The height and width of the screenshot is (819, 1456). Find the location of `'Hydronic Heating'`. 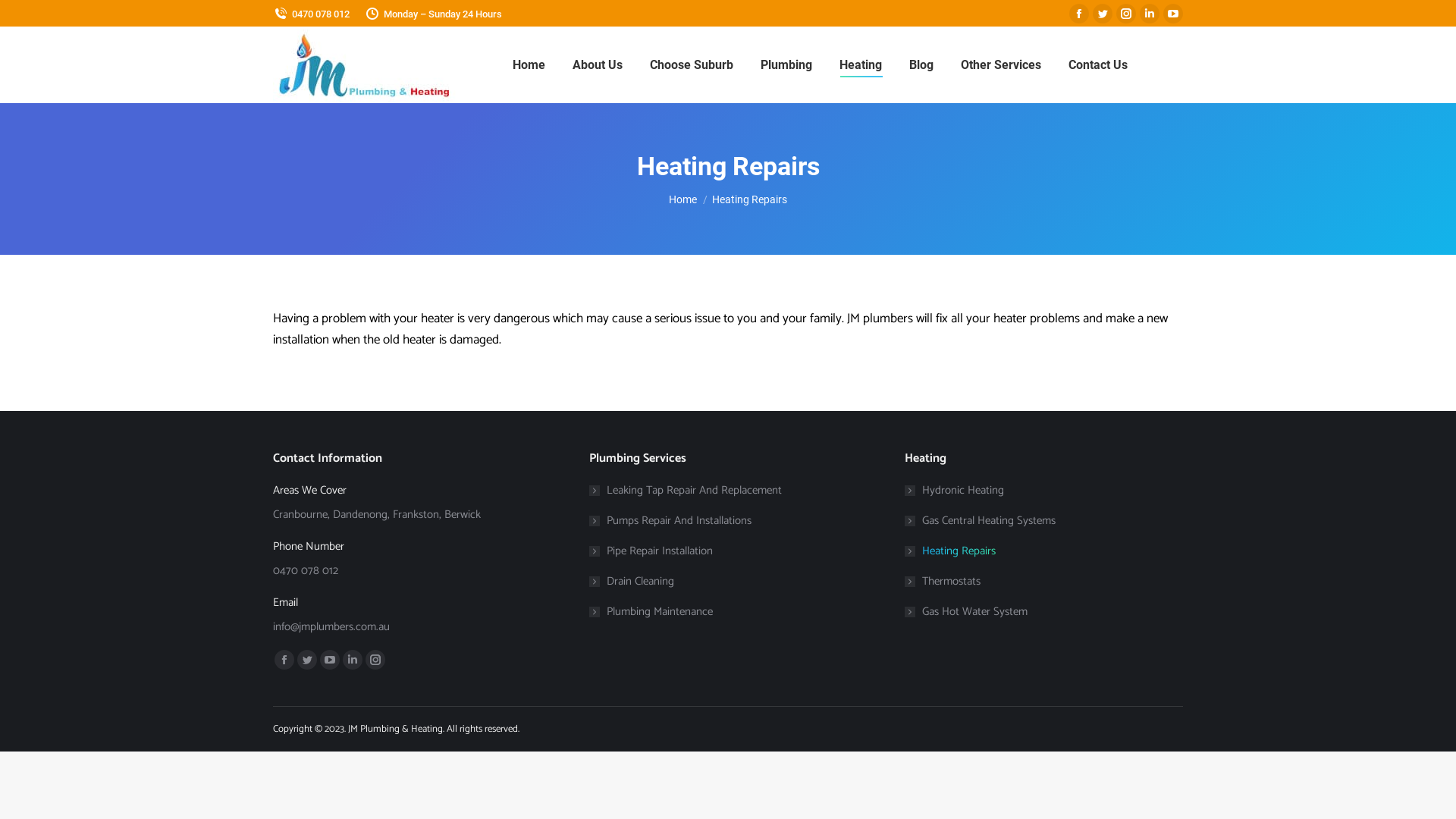

'Hydronic Heating' is located at coordinates (953, 490).